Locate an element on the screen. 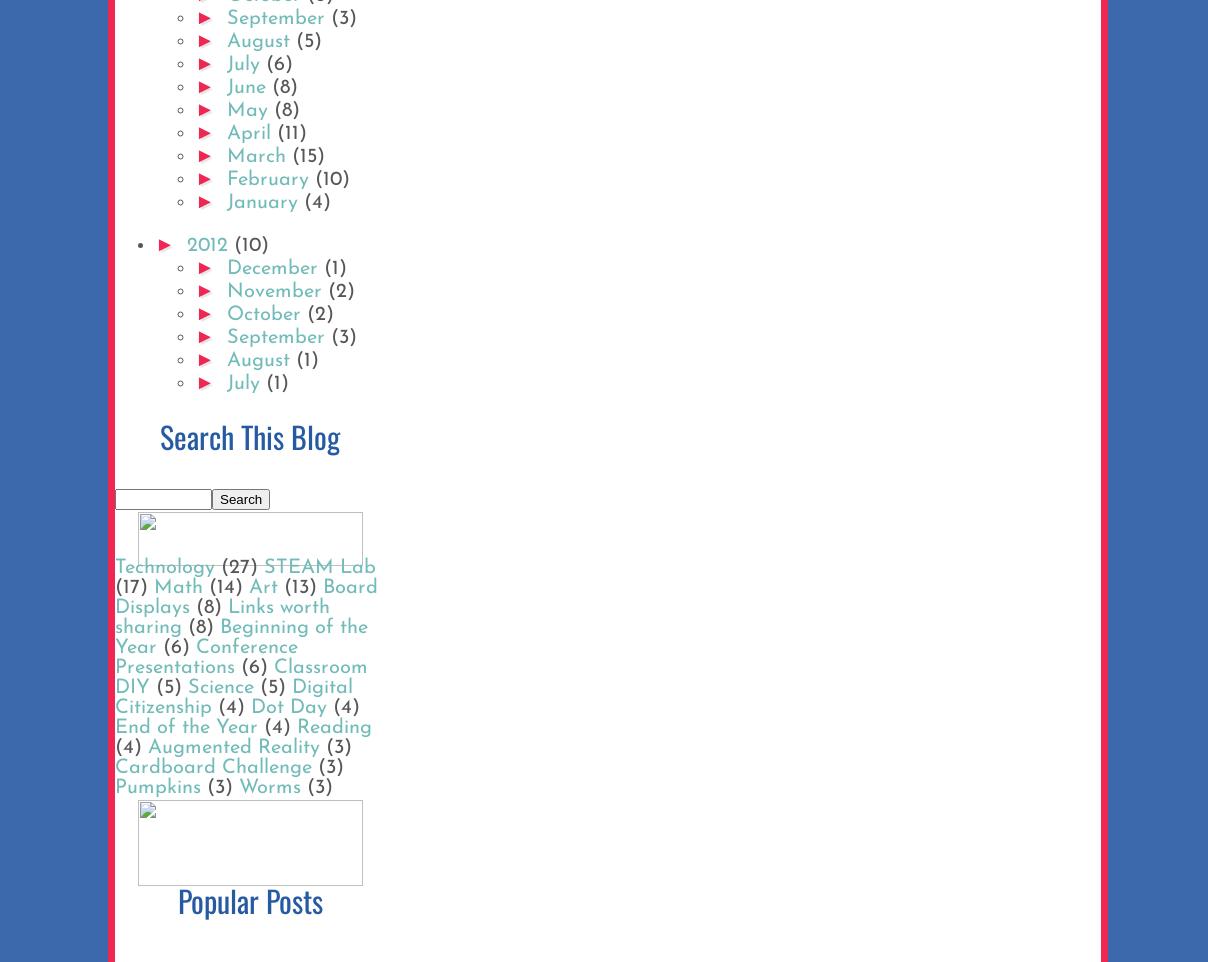 The image size is (1208, 962). 'November' is located at coordinates (226, 290).